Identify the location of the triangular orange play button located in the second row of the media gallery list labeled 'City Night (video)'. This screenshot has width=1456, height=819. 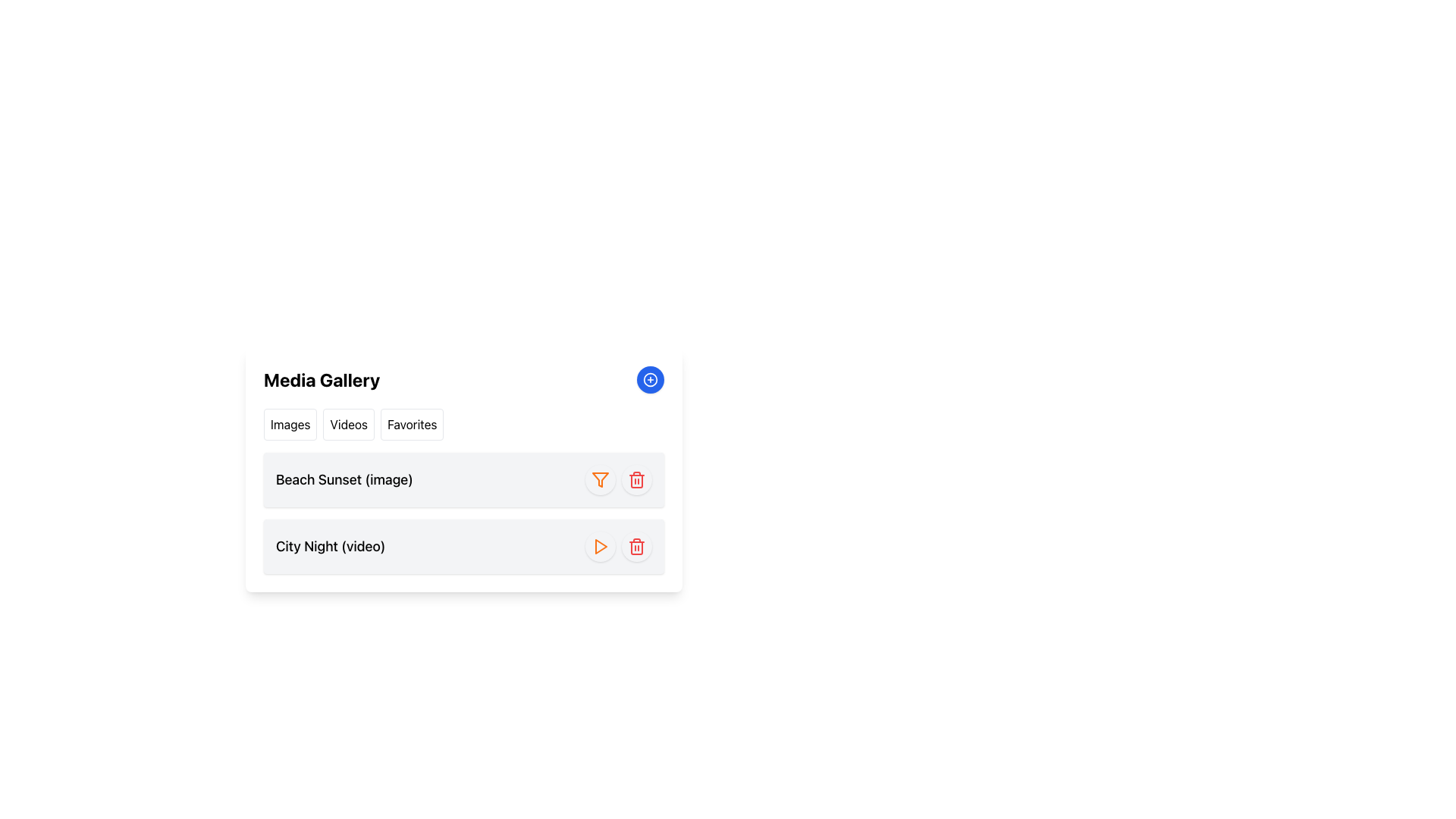
(600, 547).